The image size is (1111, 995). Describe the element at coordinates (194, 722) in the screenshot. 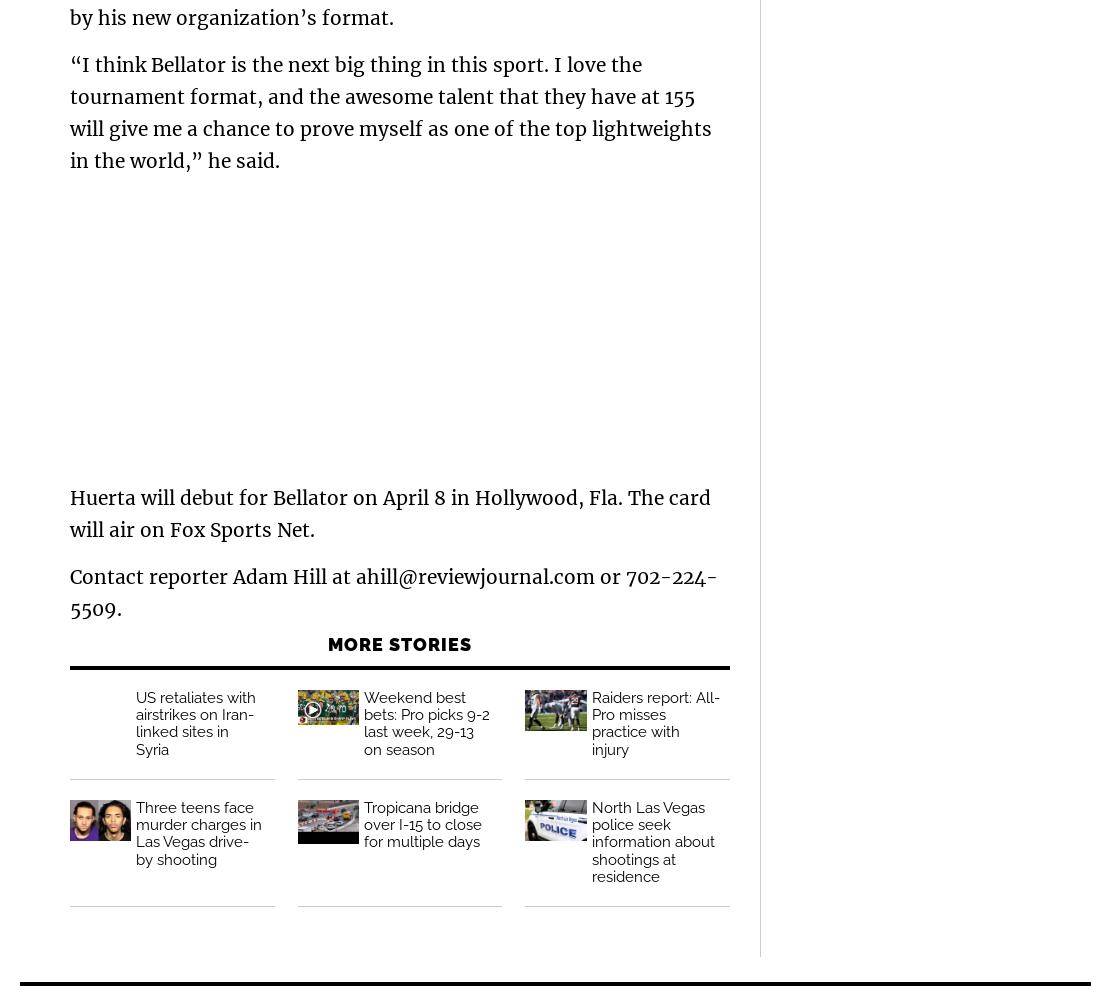

I see `'US retaliates with airstrikes on Iran-linked sites in Syria'` at that location.